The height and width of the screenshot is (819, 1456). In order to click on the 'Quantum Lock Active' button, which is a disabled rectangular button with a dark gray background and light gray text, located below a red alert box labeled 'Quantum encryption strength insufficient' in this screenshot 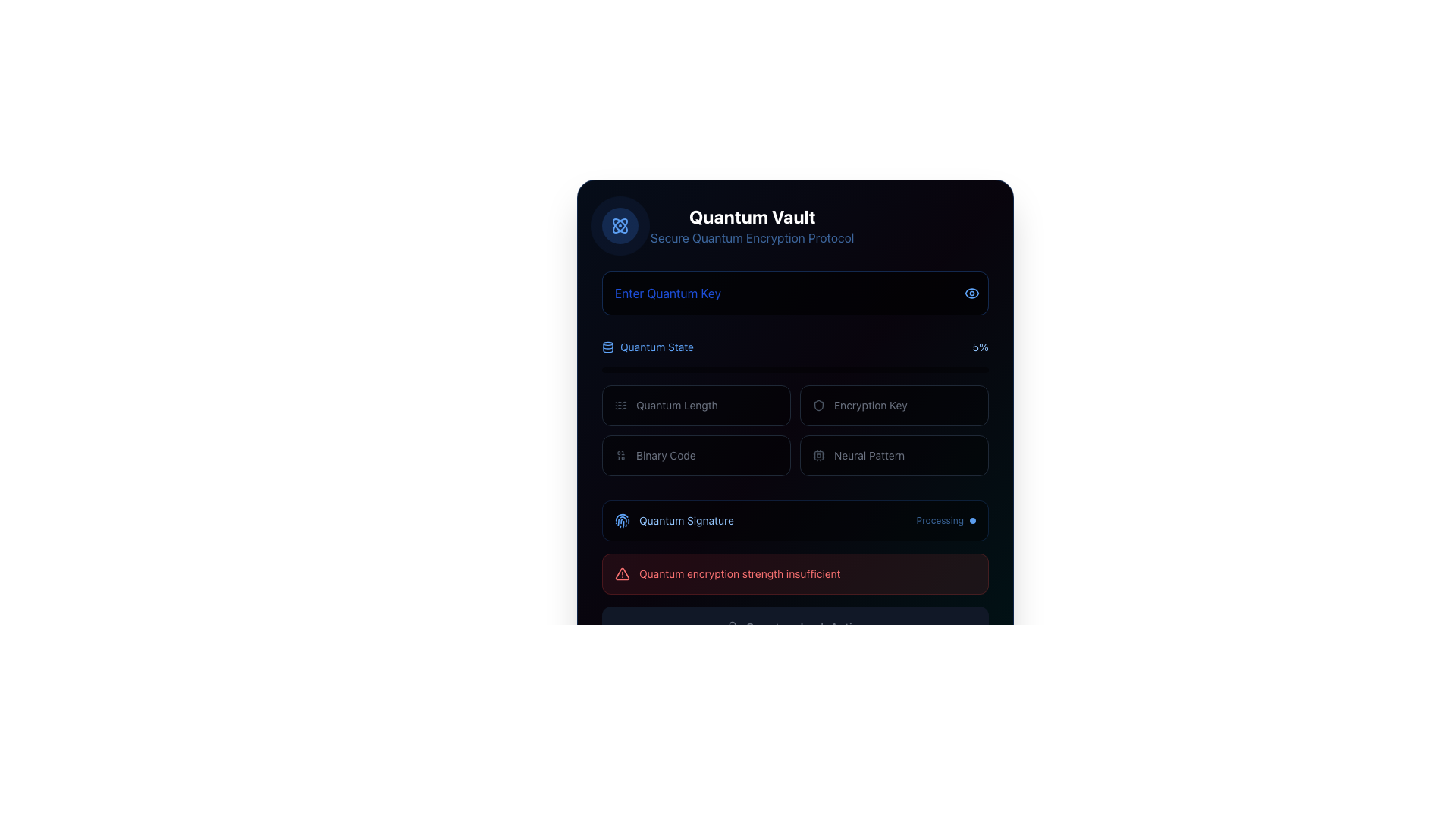, I will do `click(795, 628)`.